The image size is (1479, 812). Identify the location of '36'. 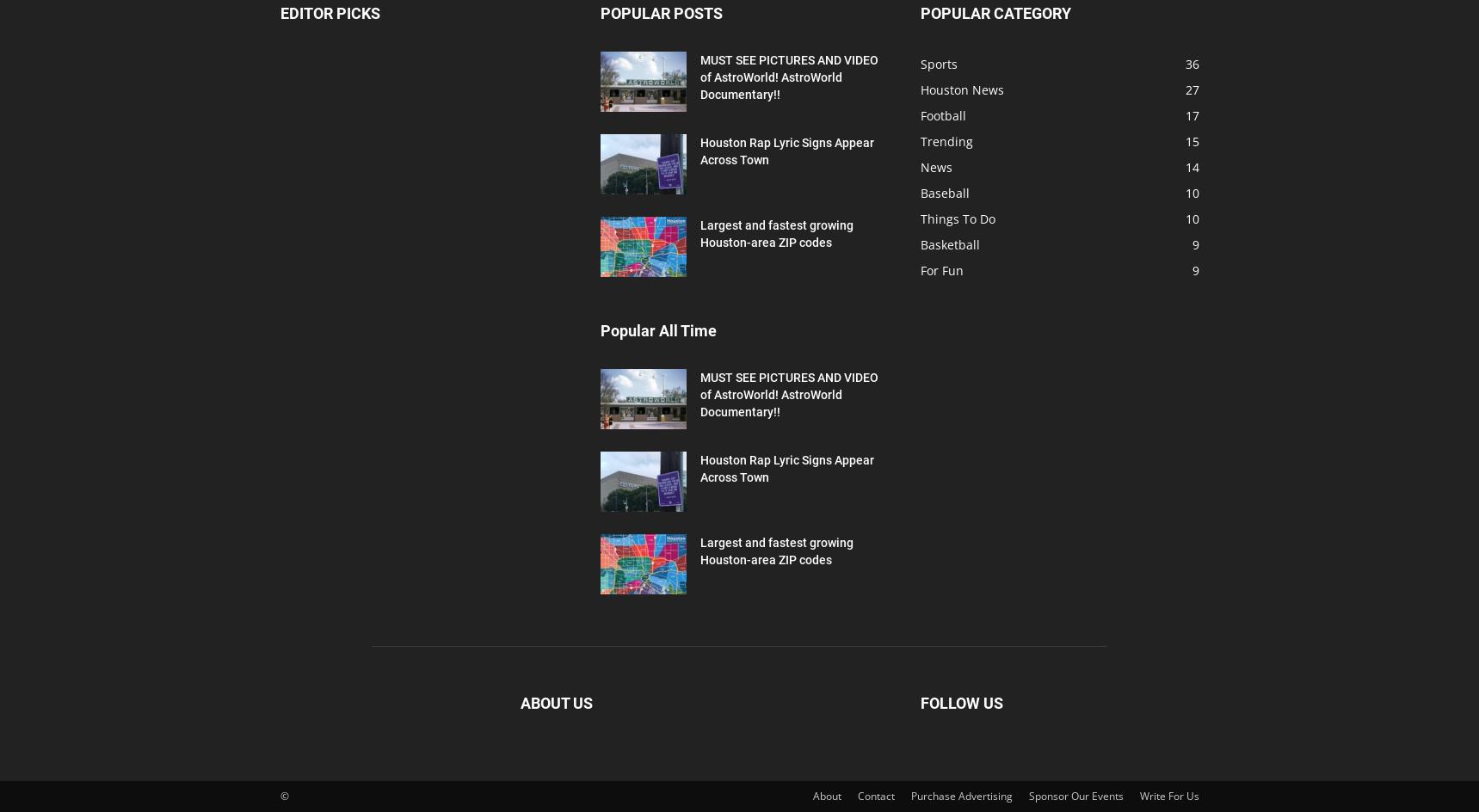
(1191, 63).